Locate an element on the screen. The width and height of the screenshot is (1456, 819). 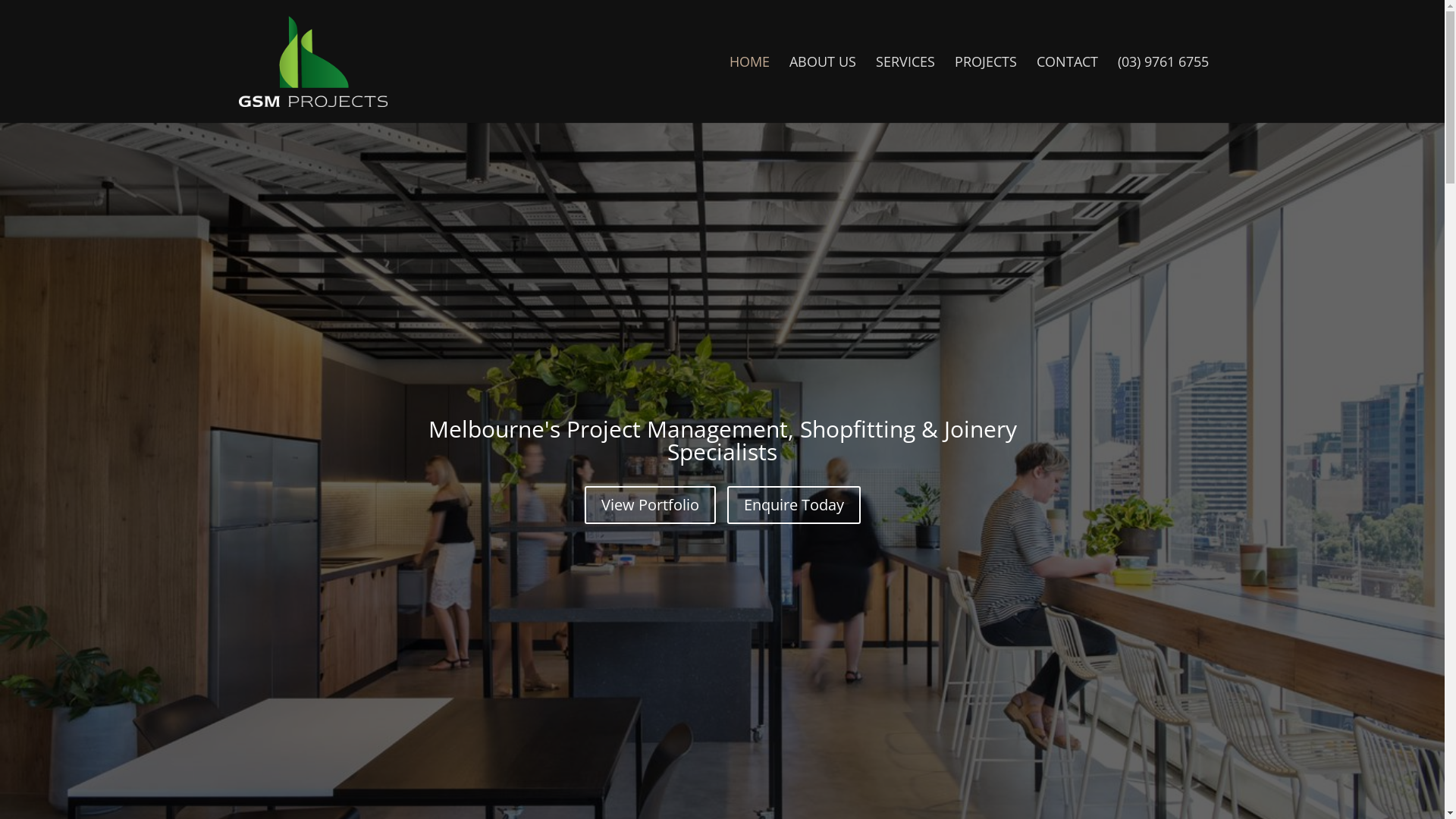
'ABOUT US' is located at coordinates (821, 89).